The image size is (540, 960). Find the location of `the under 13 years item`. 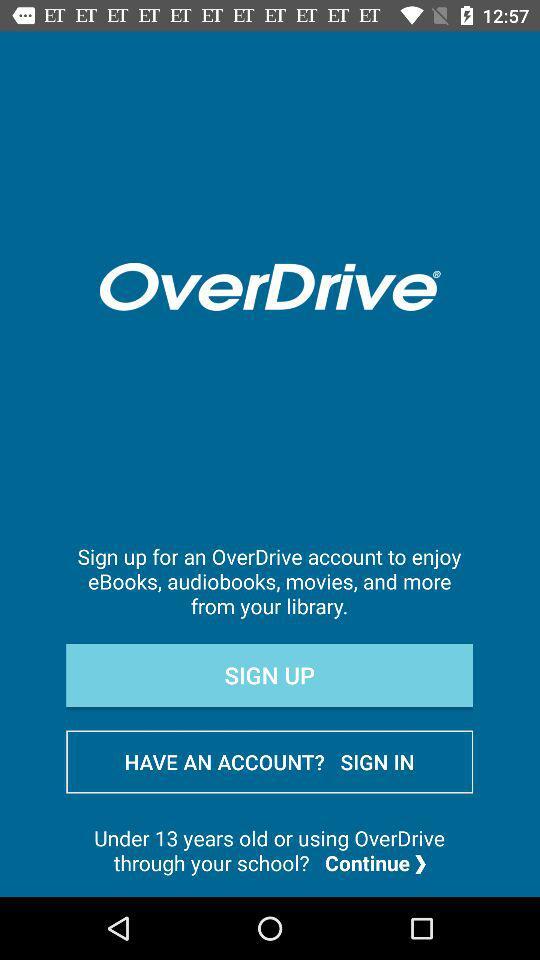

the under 13 years item is located at coordinates (269, 849).